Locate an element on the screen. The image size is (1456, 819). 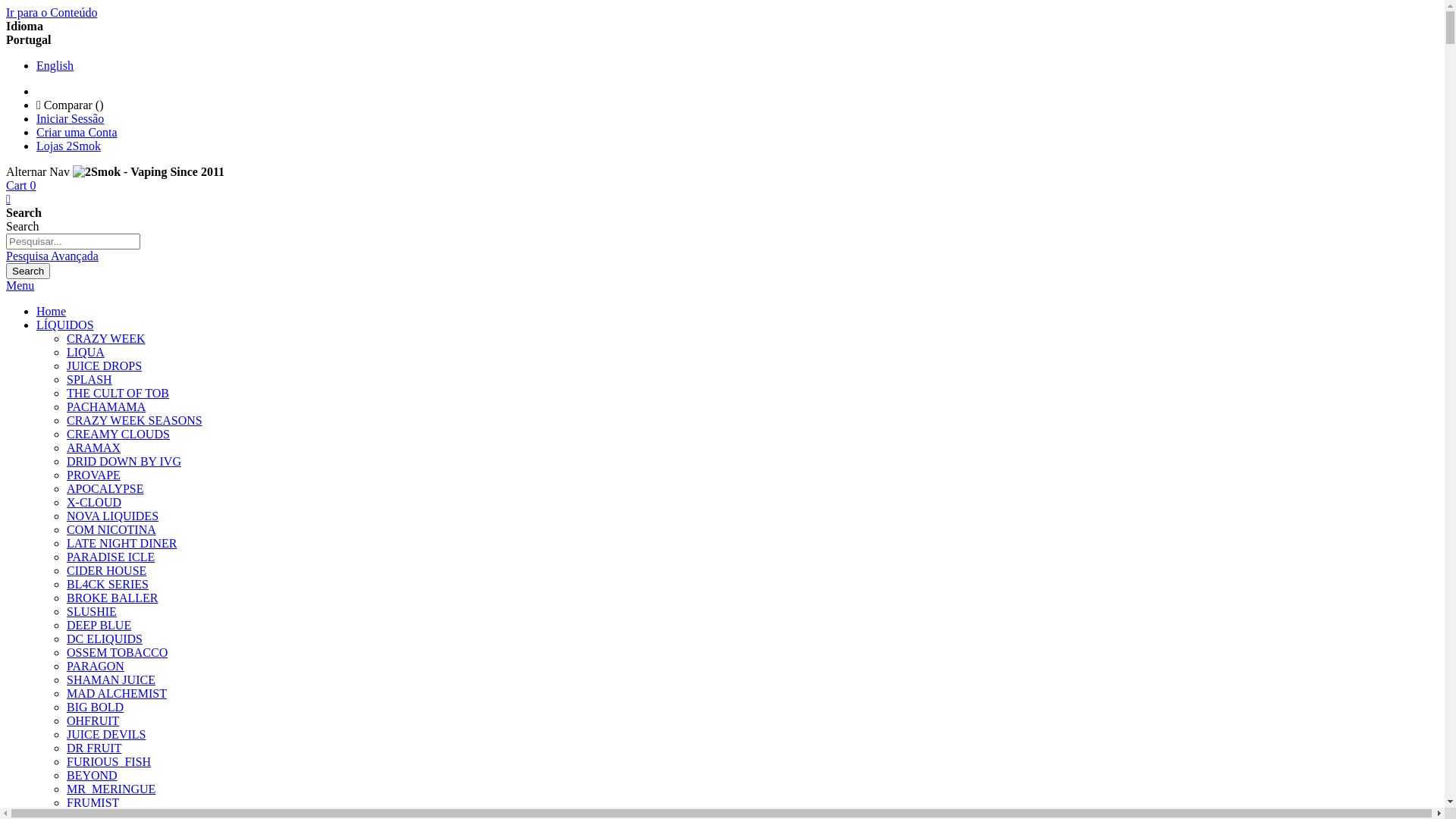
'NOVA LIQUIDES' is located at coordinates (65, 515).